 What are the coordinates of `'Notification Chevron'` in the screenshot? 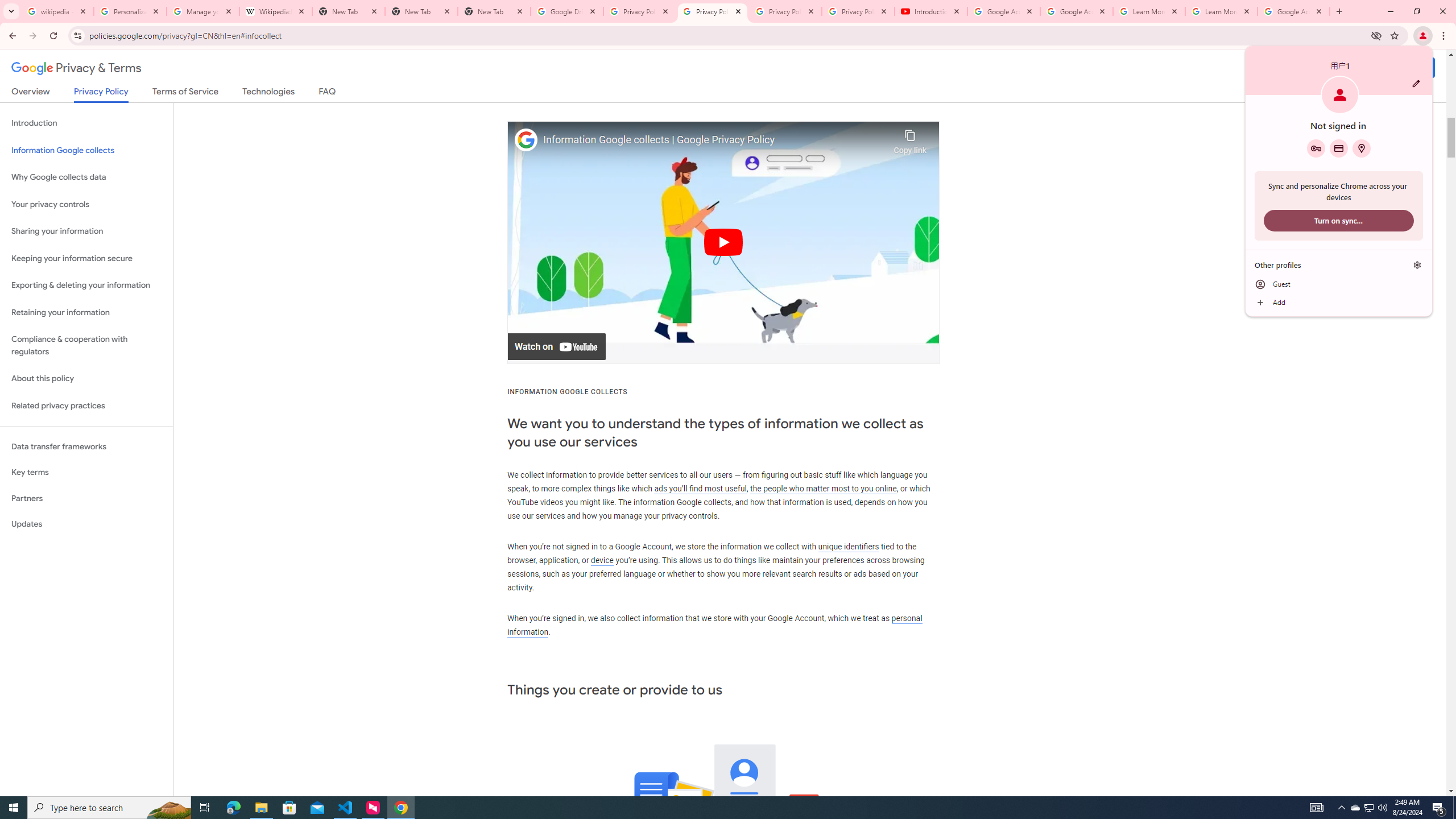 It's located at (1342, 806).